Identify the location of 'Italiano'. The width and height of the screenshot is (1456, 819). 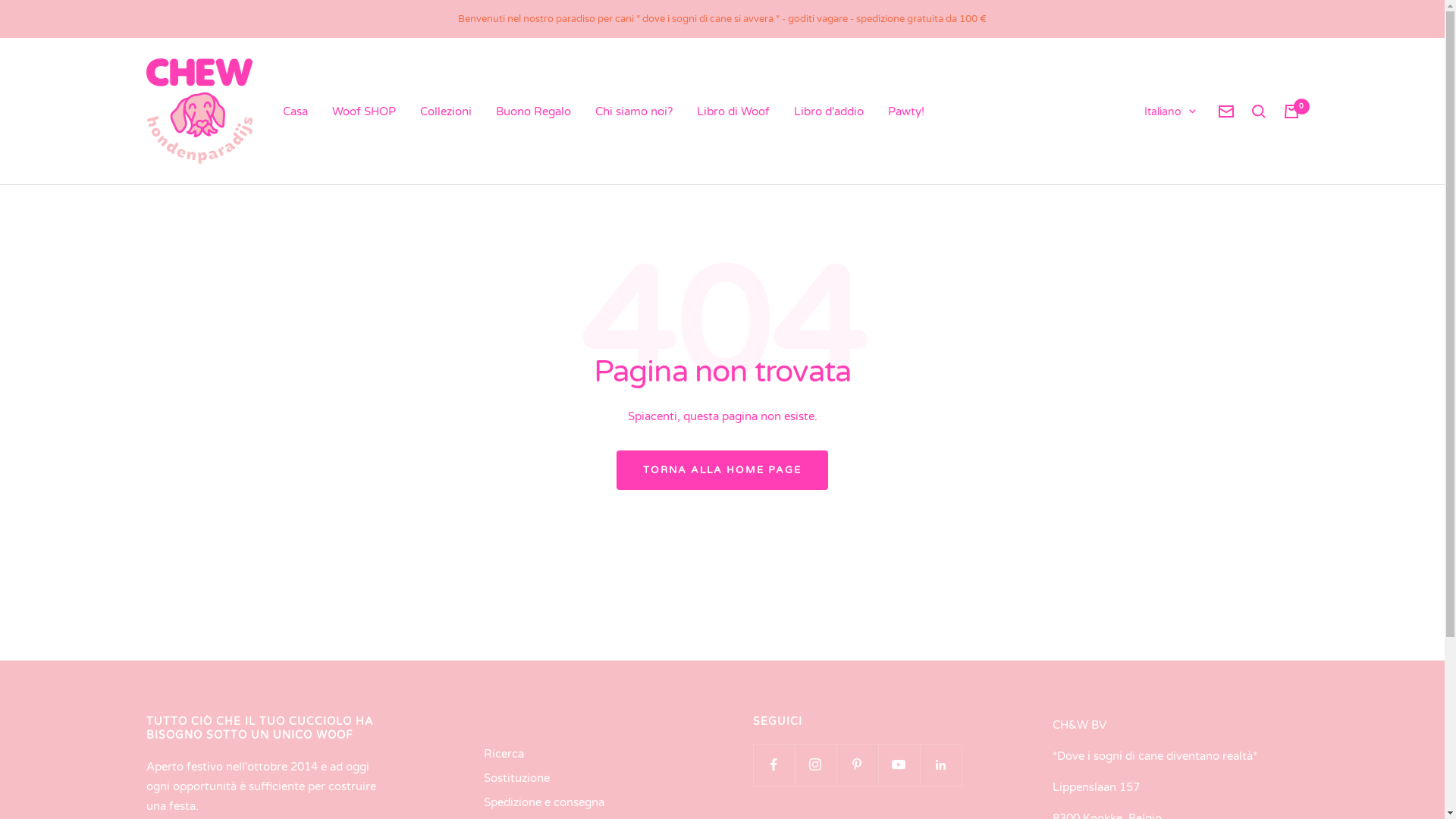
(1168, 111).